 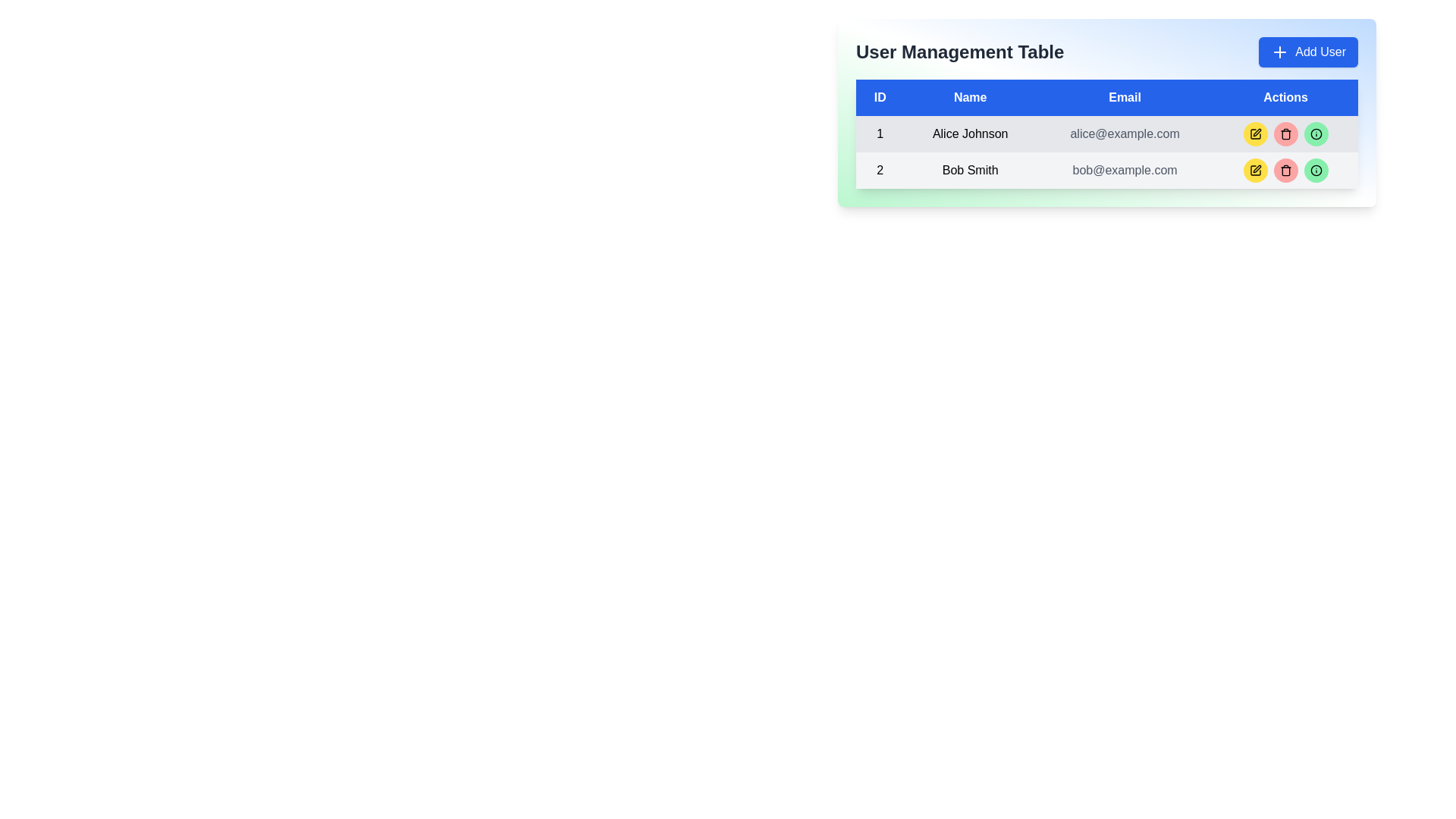 What do you see at coordinates (1125, 97) in the screenshot?
I see `text from the 'Email' label, which is a rectangular text component displaying the word 'Email' in white text over a blue background, located centrally within the header area of the table component` at bounding box center [1125, 97].